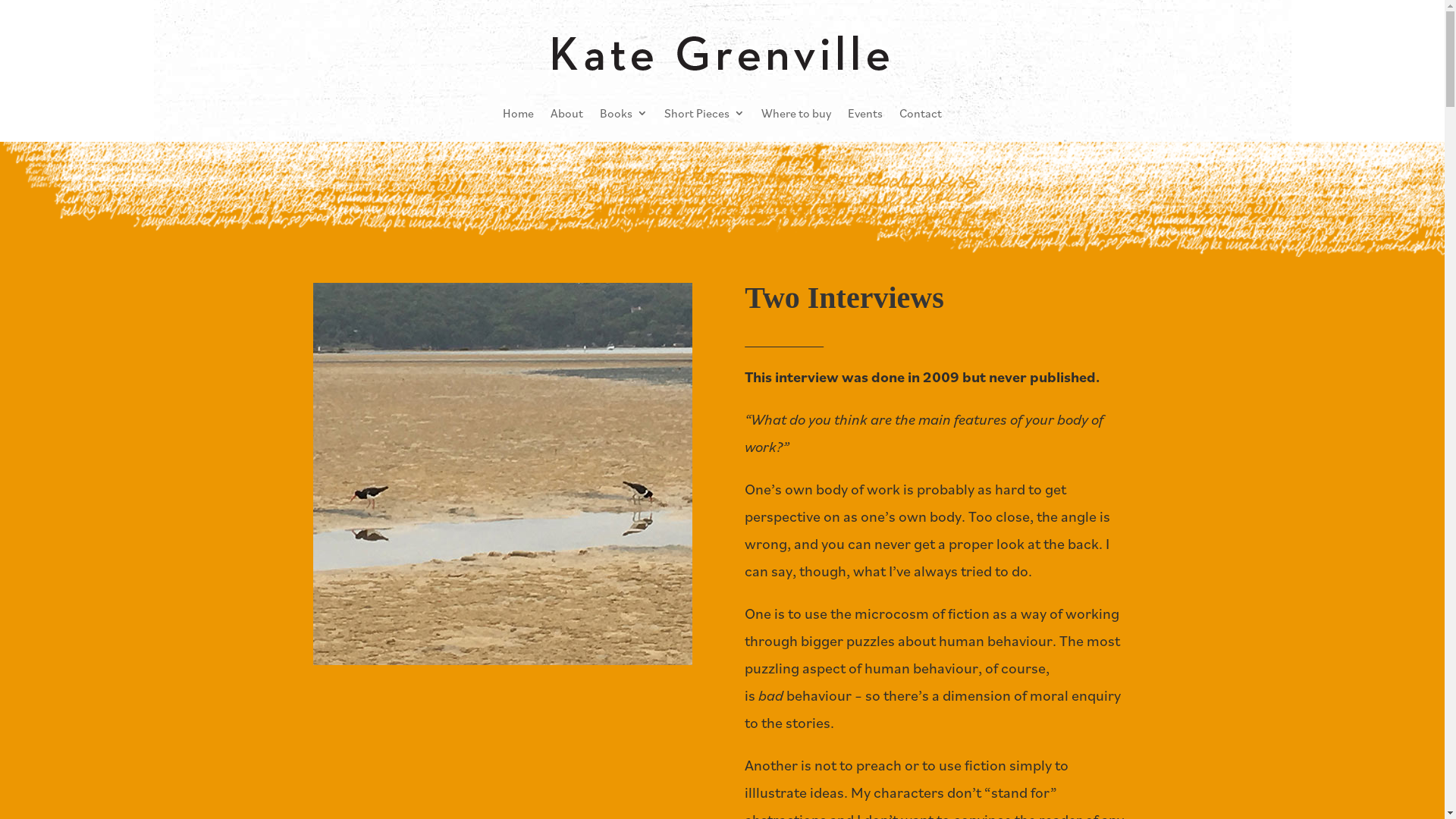 Image resolution: width=1456 pixels, height=819 pixels. What do you see at coordinates (502, 472) in the screenshot?
I see `'birds'` at bounding box center [502, 472].